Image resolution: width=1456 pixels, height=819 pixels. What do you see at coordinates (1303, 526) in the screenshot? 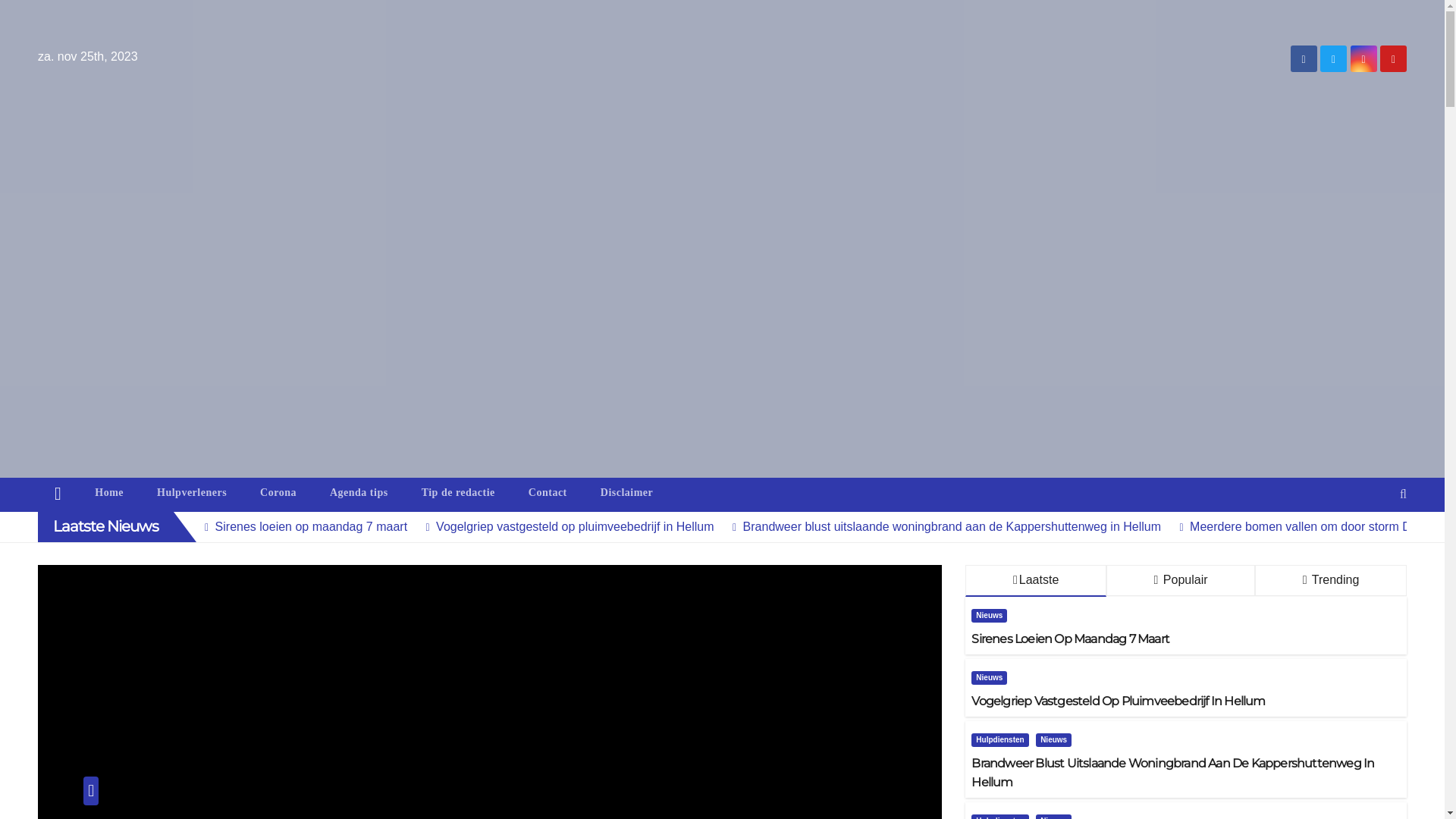
I see `'Meerdere bomen vallen om door storm Dudley'` at bounding box center [1303, 526].